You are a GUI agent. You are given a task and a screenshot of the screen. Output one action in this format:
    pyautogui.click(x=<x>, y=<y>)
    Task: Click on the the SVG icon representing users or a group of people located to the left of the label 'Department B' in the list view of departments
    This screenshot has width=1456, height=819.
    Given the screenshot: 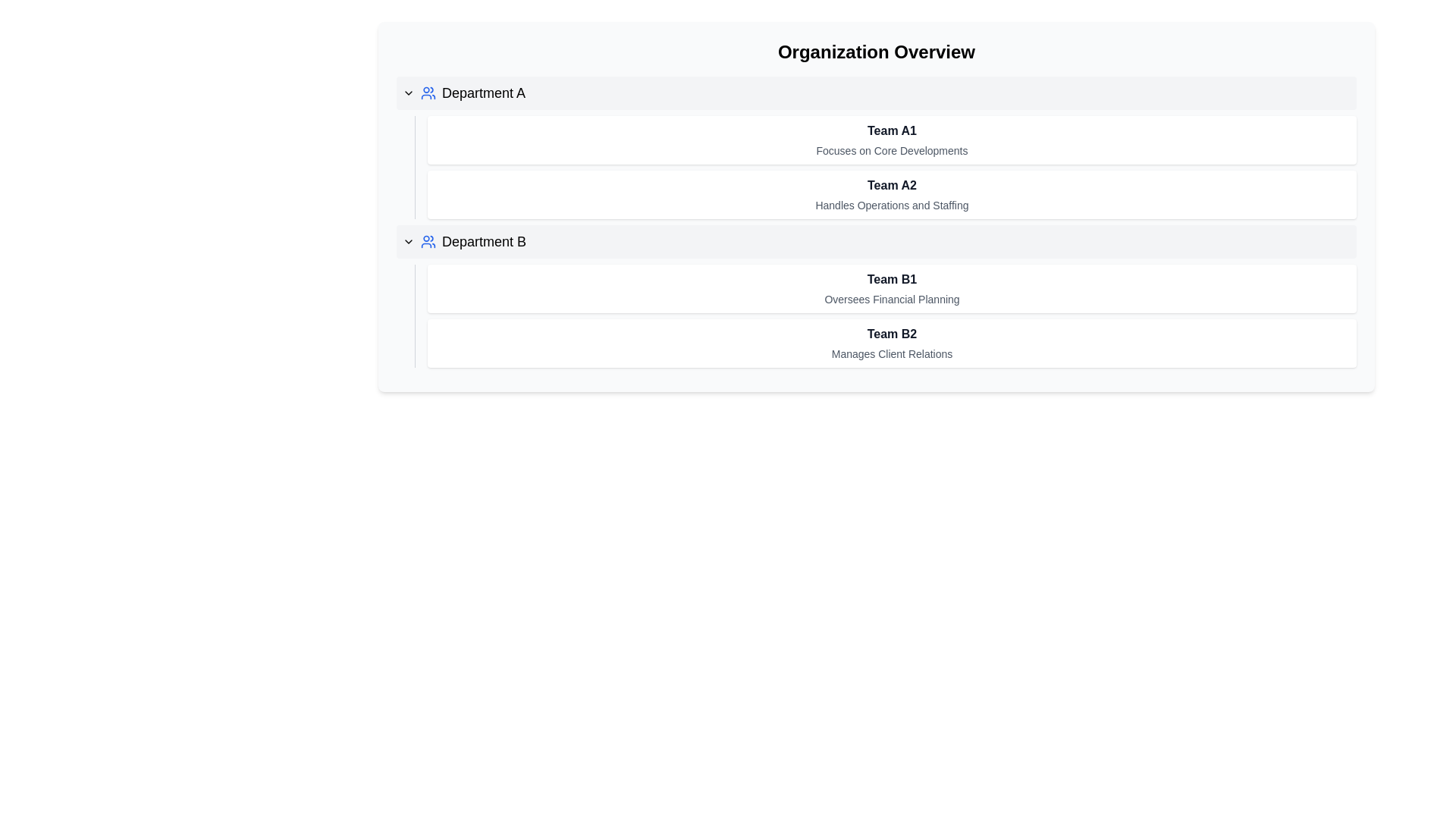 What is the action you would take?
    pyautogui.click(x=428, y=241)
    